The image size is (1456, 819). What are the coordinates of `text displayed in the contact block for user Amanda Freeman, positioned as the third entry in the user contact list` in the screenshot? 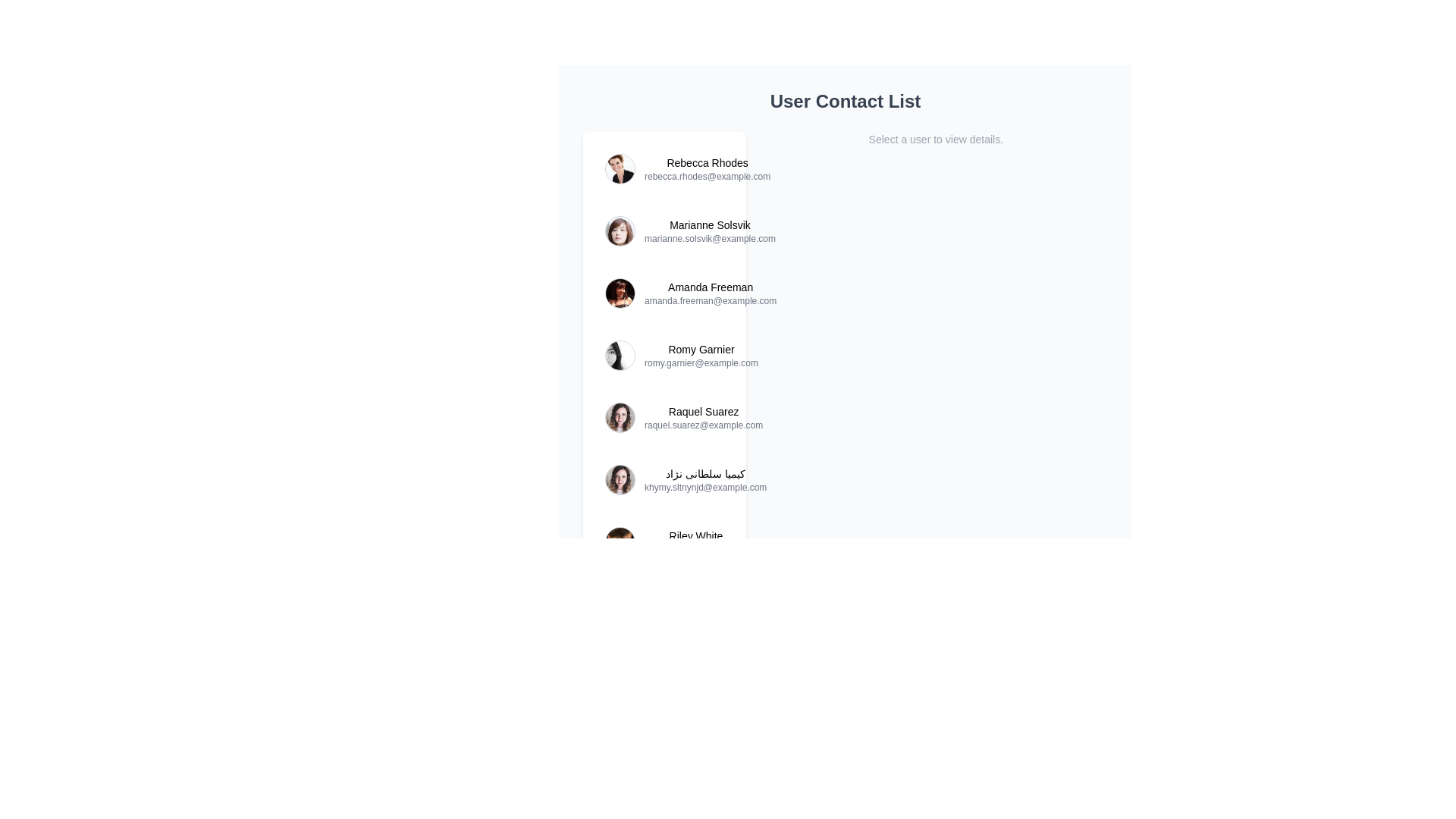 It's located at (710, 293).